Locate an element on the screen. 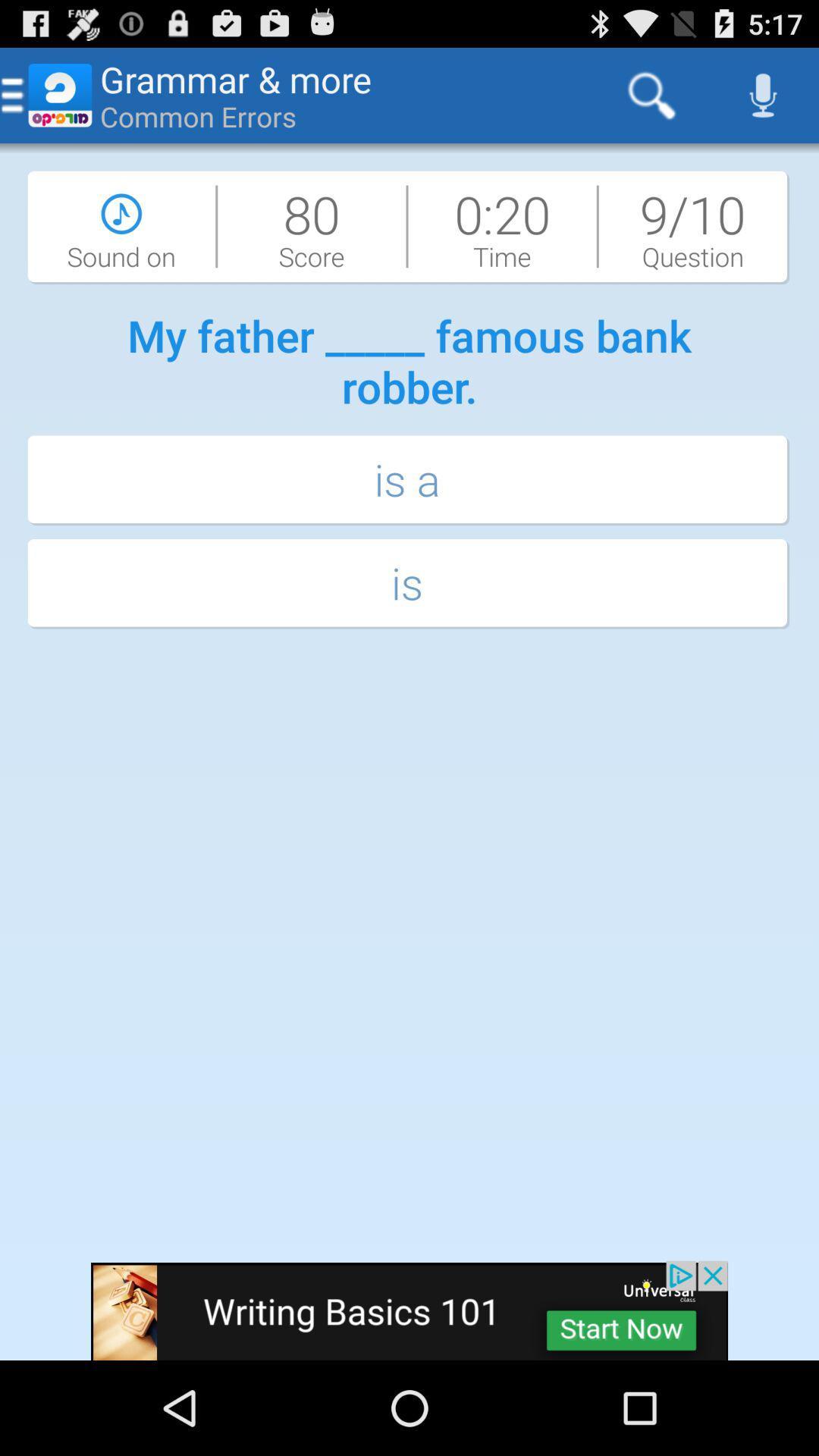 The image size is (819, 1456). open advertisements is located at coordinates (409, 1310).